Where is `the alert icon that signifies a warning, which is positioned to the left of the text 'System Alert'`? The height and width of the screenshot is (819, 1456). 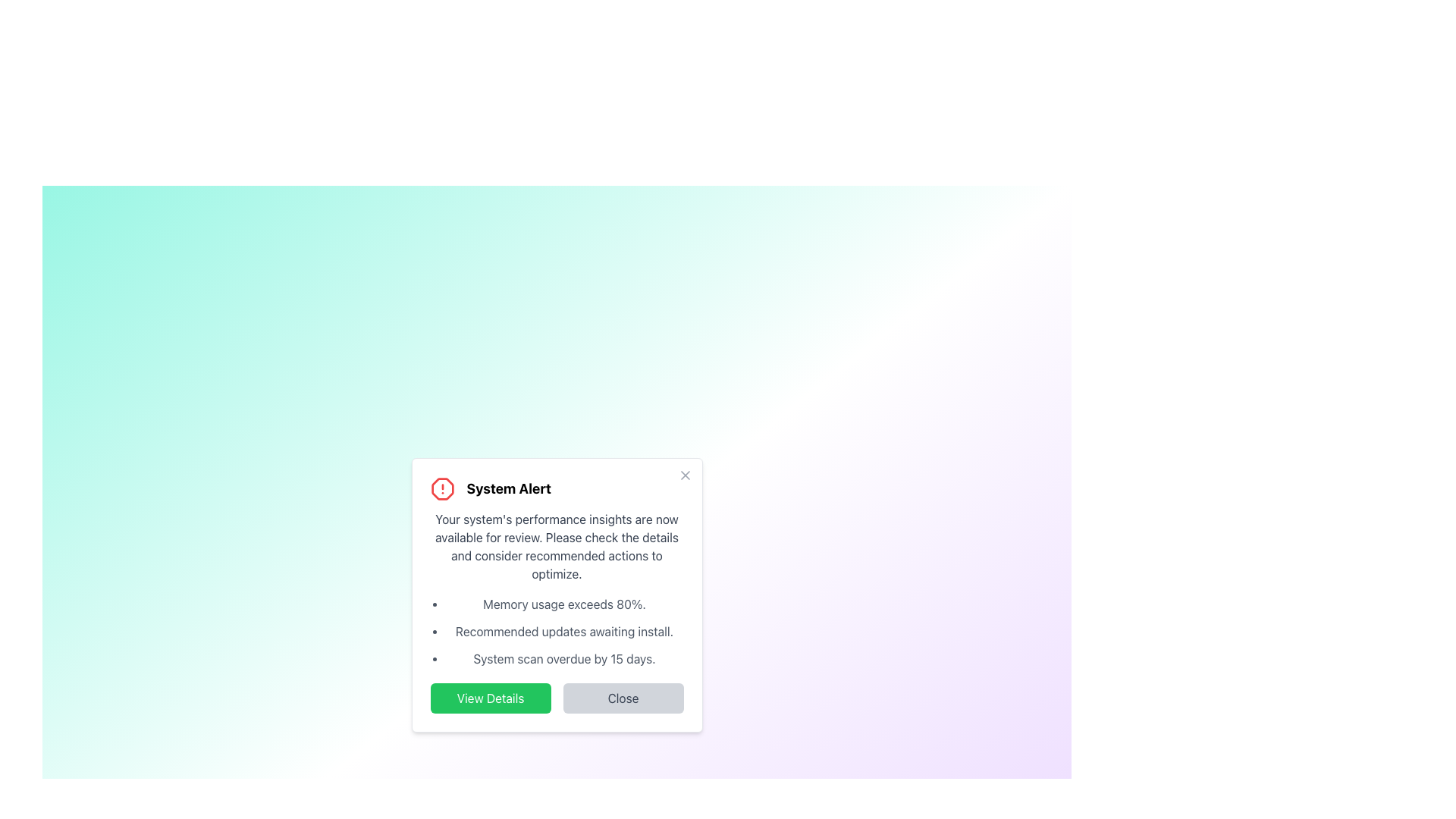 the alert icon that signifies a warning, which is positioned to the left of the text 'System Alert' is located at coordinates (441, 488).